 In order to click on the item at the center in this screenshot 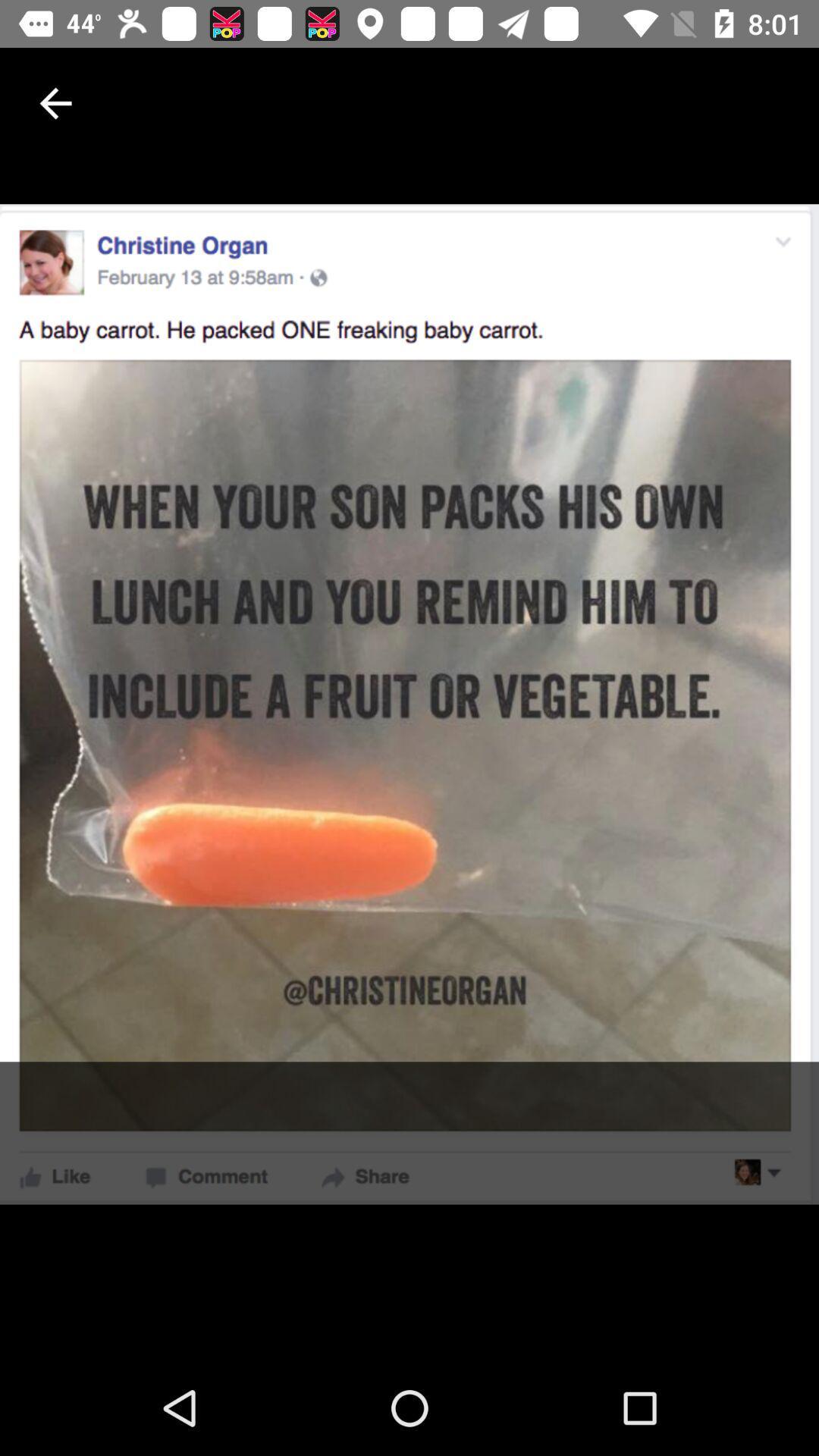, I will do `click(409, 703)`.